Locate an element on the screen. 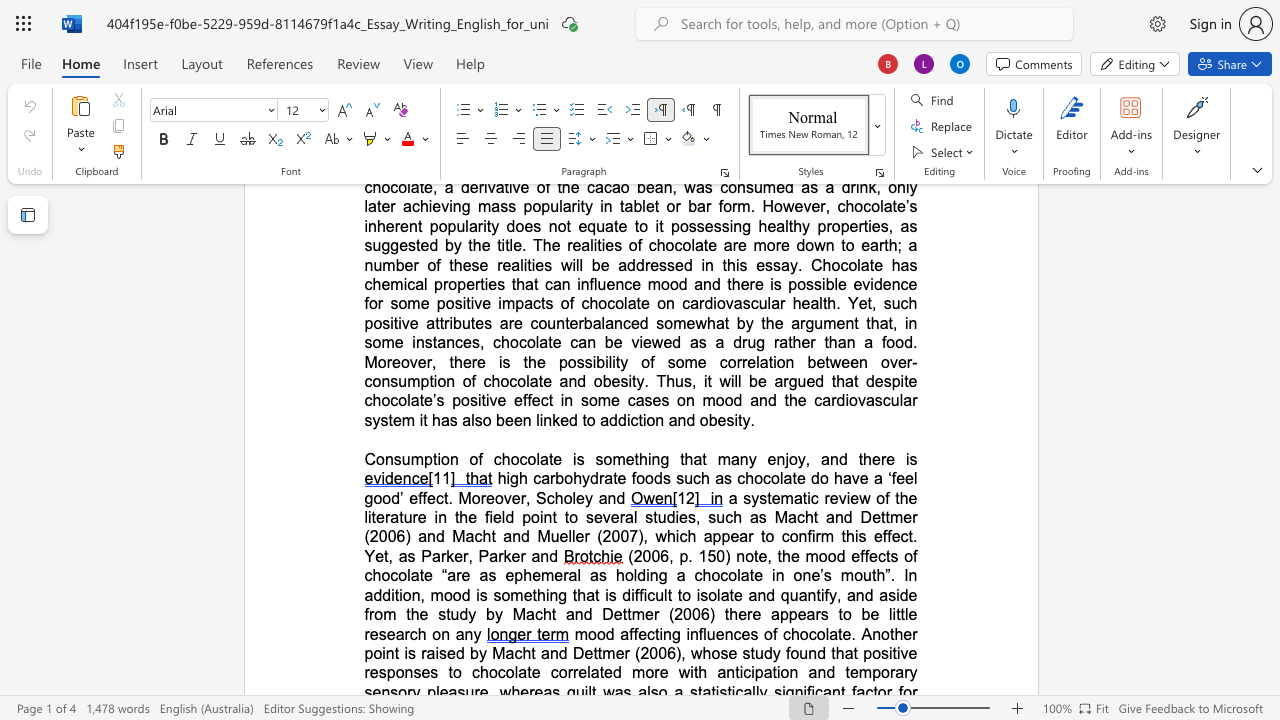 This screenshot has height=720, width=1280. the space between the continuous character "u" and "m" in the text is located at coordinates (410, 459).